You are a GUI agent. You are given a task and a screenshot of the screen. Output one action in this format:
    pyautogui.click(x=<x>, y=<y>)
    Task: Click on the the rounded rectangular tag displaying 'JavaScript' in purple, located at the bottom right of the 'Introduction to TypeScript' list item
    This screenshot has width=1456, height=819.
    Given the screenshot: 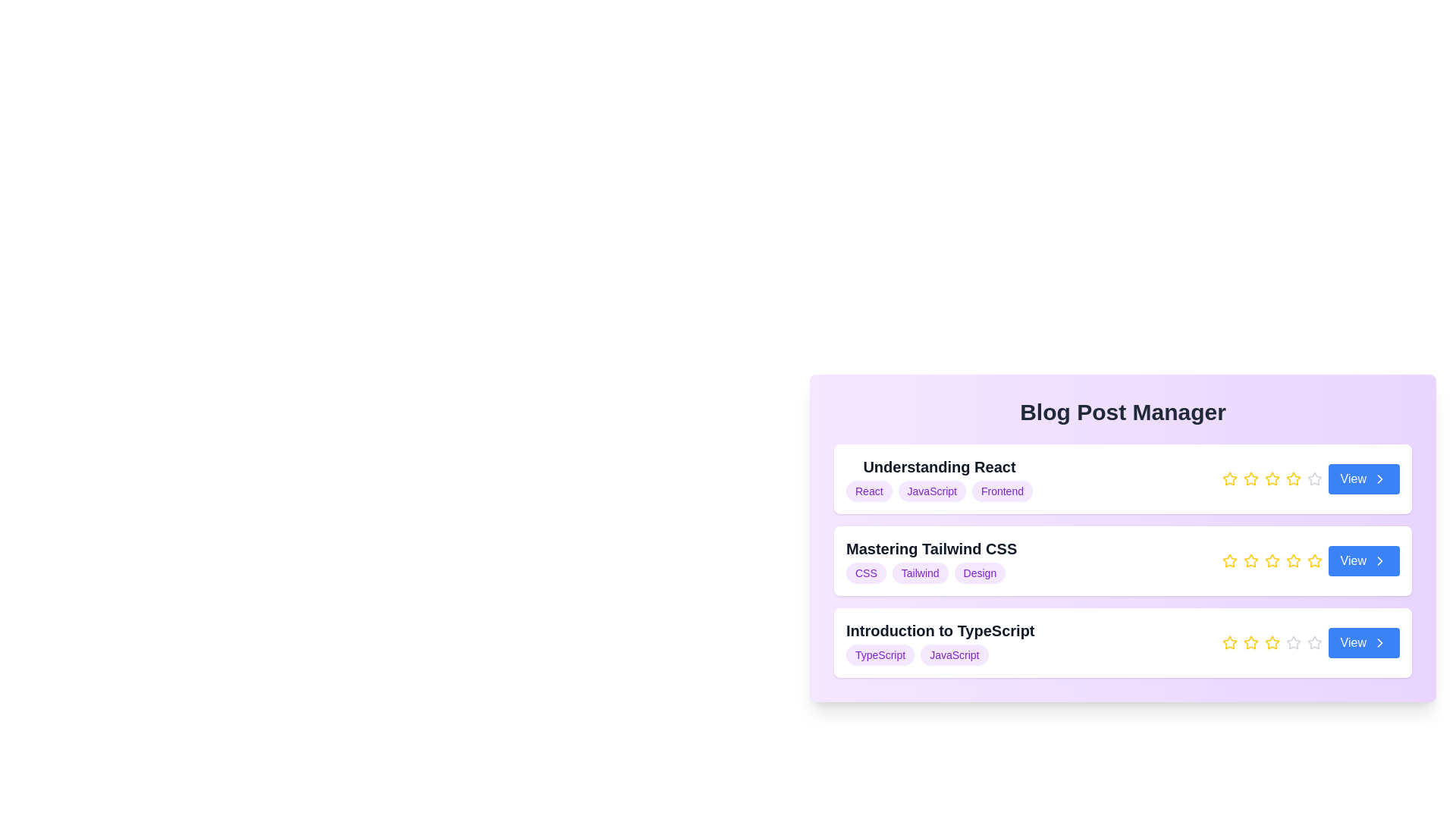 What is the action you would take?
    pyautogui.click(x=953, y=654)
    